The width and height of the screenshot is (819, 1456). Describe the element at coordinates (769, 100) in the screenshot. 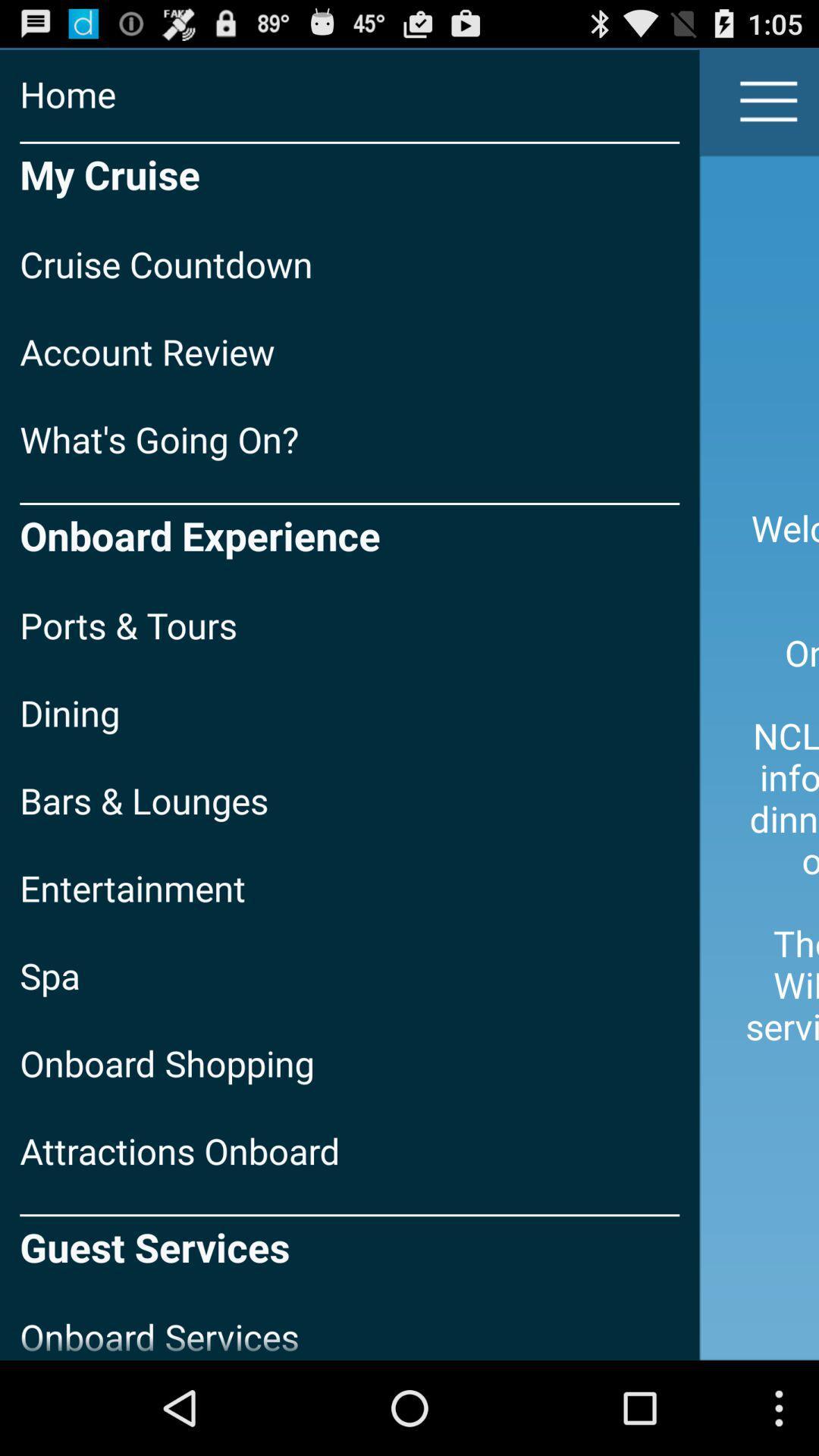

I see `icon to the right of the home item` at that location.